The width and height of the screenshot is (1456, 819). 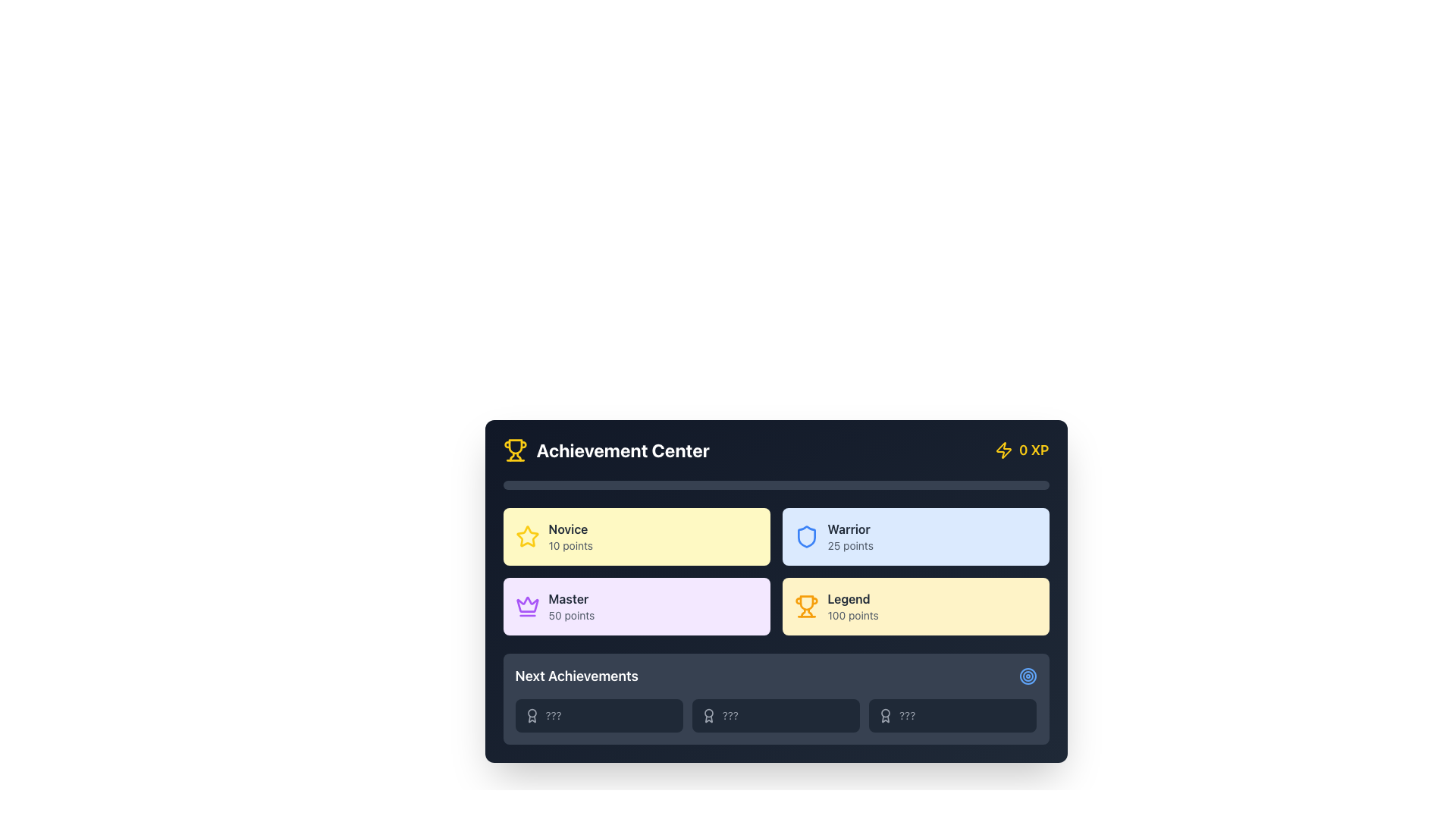 What do you see at coordinates (570, 529) in the screenshot?
I see `the 'Novice' text label which is displayed in bold, capitalized dark gray font against a soft yellow background, located at the top-left corner of the yellow rectangular card in the 'Achievement Center' interface` at bounding box center [570, 529].